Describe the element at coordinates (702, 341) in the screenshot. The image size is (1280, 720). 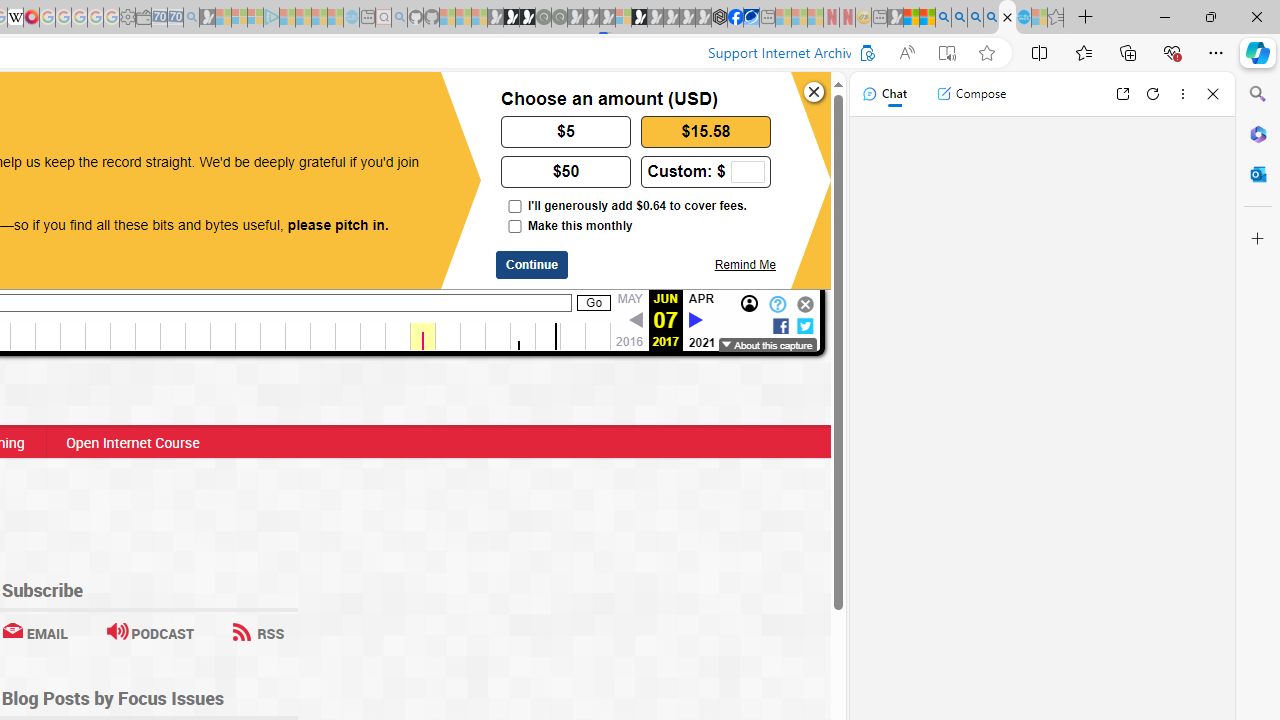
I see `'2021'` at that location.